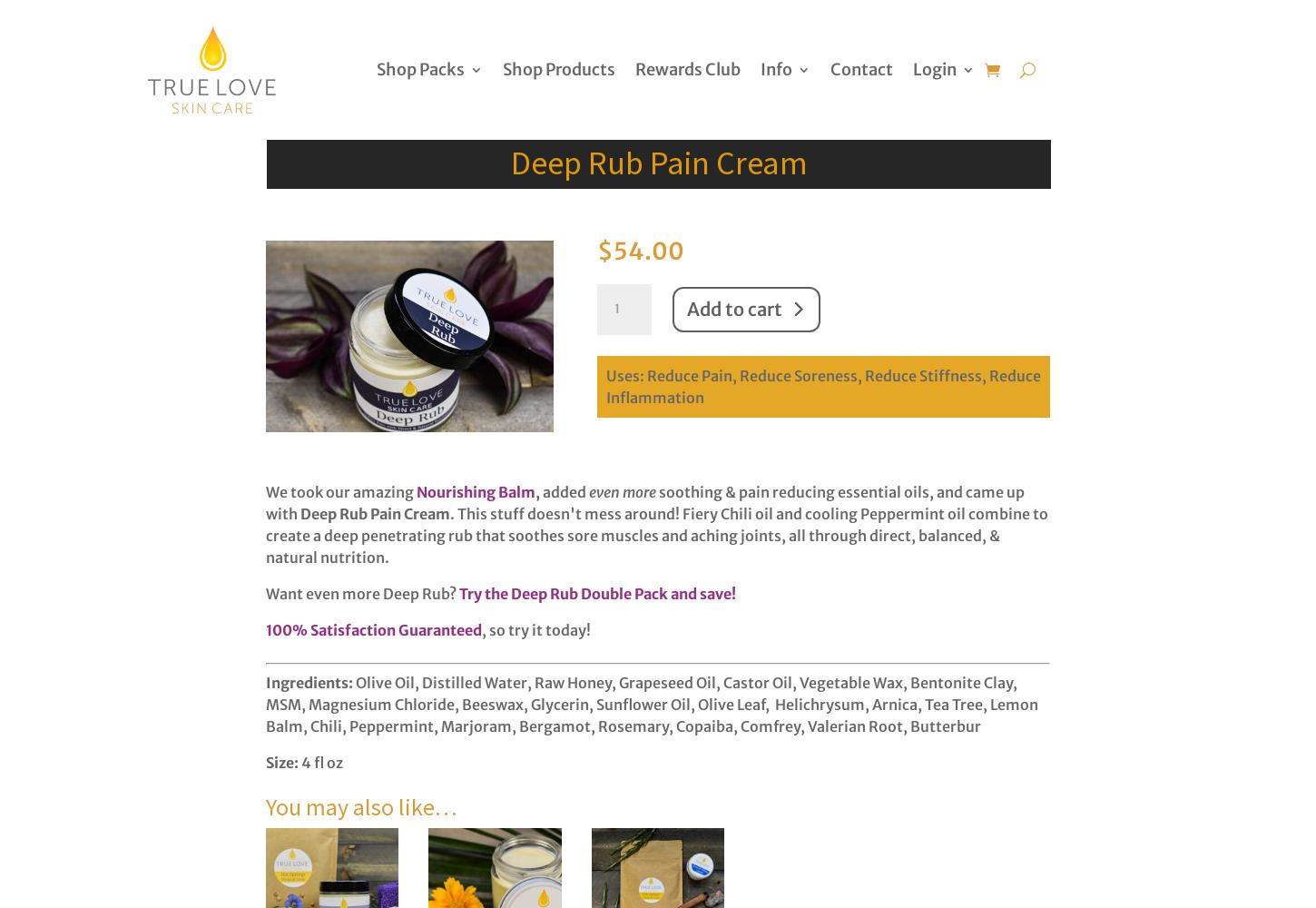 Image resolution: width=1316 pixels, height=908 pixels. What do you see at coordinates (634, 68) in the screenshot?
I see `'Rewards Club'` at bounding box center [634, 68].